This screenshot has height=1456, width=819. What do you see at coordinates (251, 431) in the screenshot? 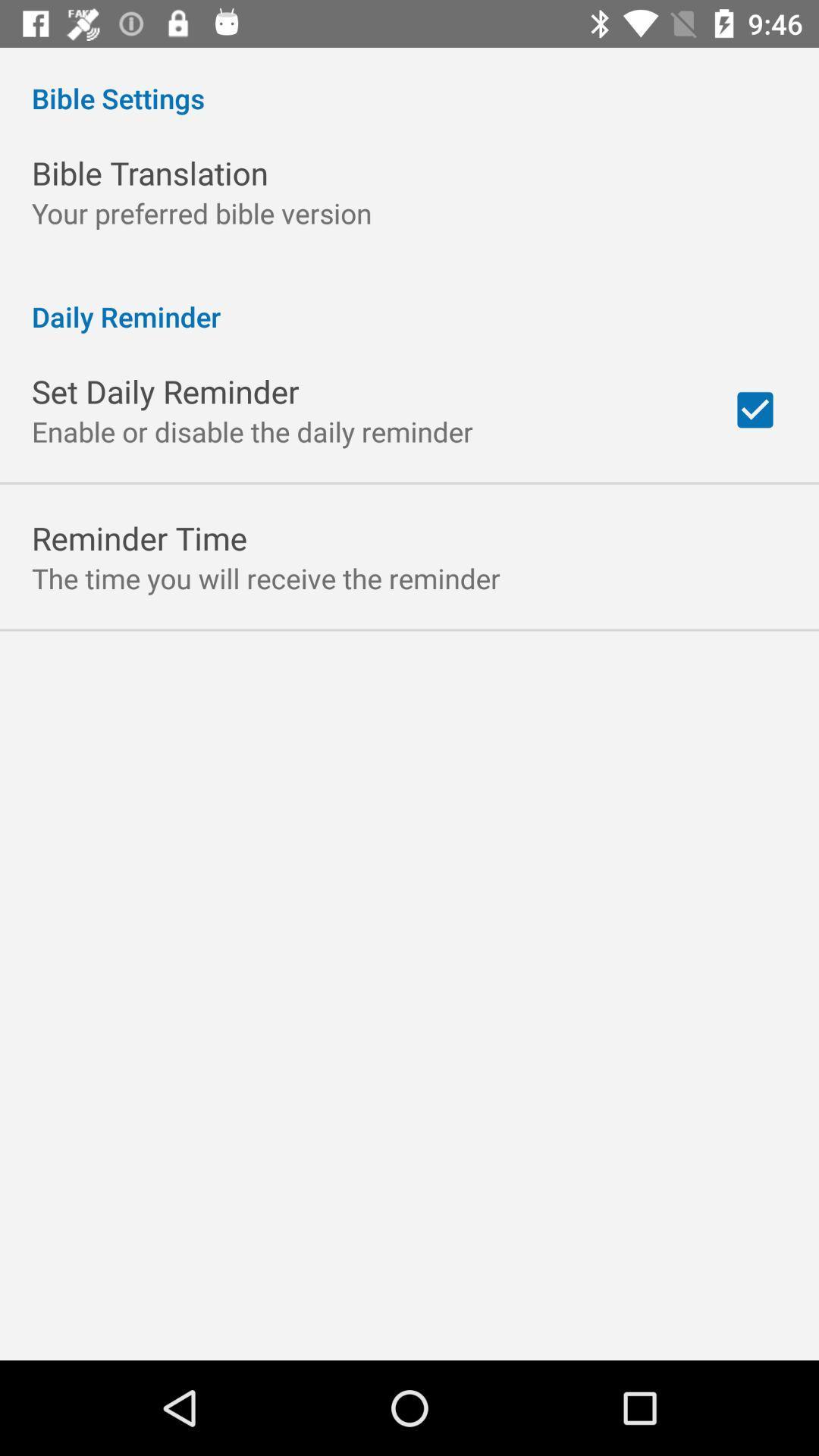
I see `the enable or disable item` at bounding box center [251, 431].